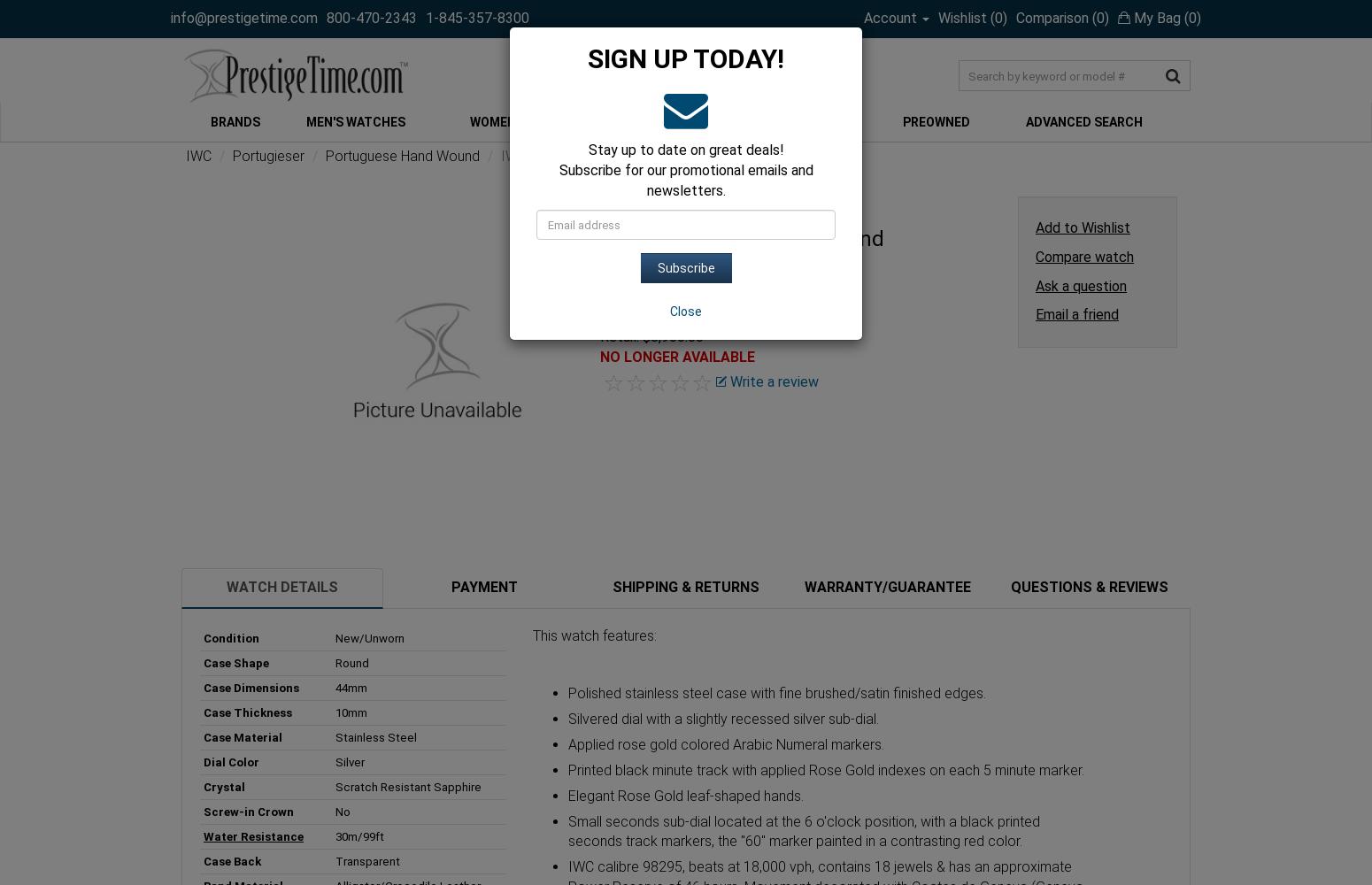 Image resolution: width=1372 pixels, height=885 pixels. What do you see at coordinates (231, 760) in the screenshot?
I see `'Dial Color'` at bounding box center [231, 760].